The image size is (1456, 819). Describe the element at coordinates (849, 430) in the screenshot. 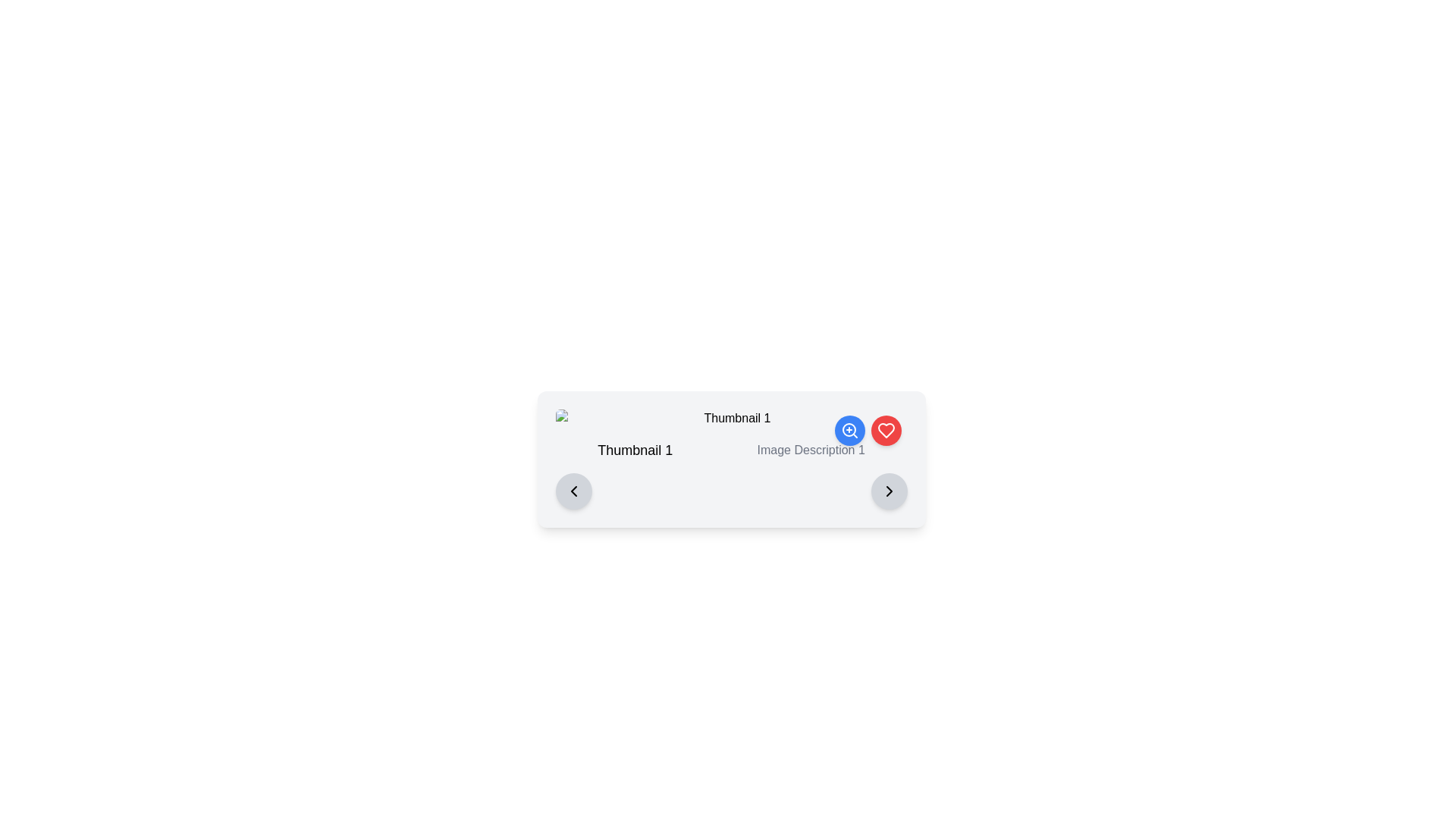

I see `the blue circular button with a magnifying glass and plus sign icon to zoom in on the image` at that location.